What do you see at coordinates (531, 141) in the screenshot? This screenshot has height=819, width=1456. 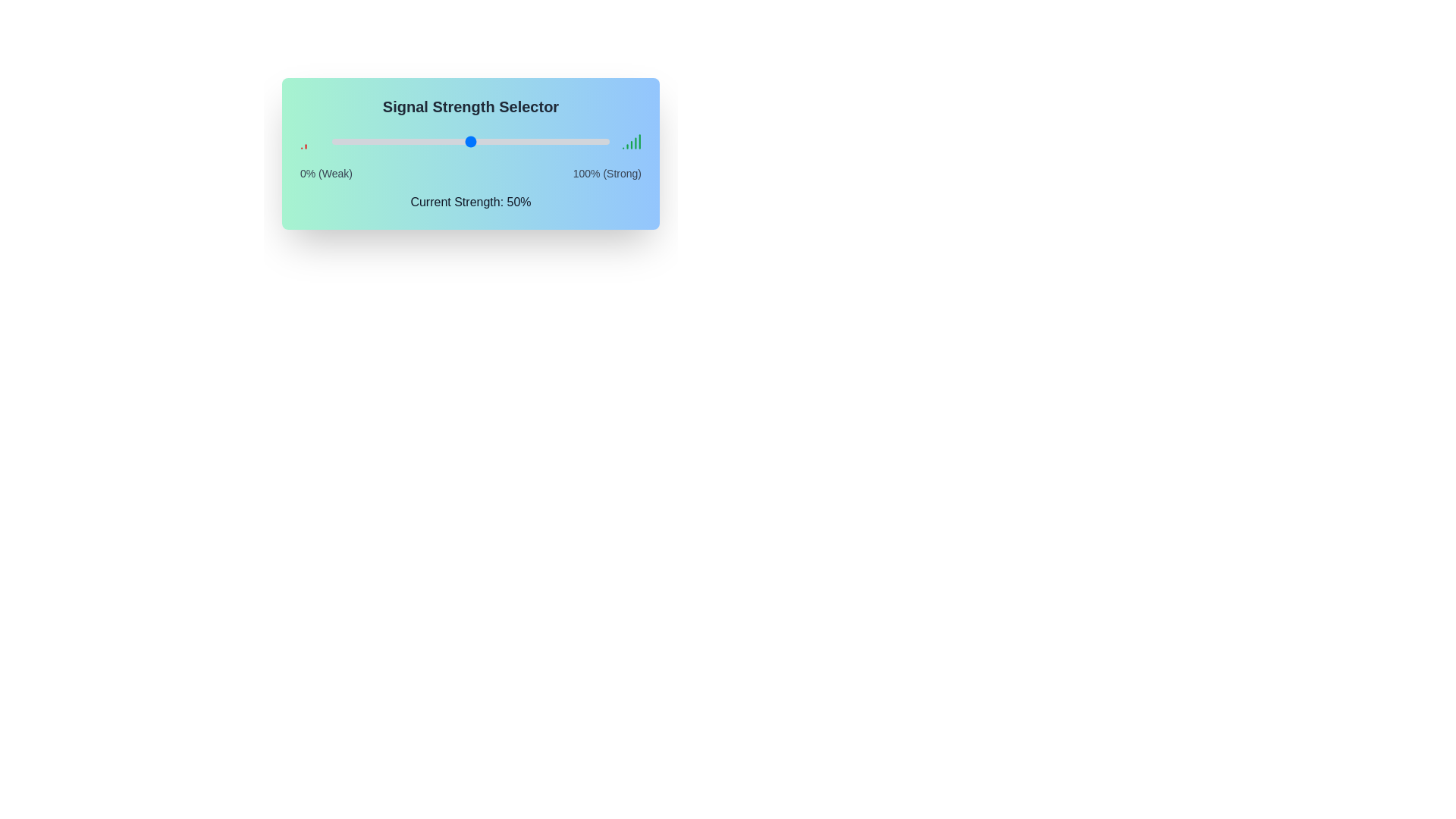 I see `the signal strength slider to 72%` at bounding box center [531, 141].